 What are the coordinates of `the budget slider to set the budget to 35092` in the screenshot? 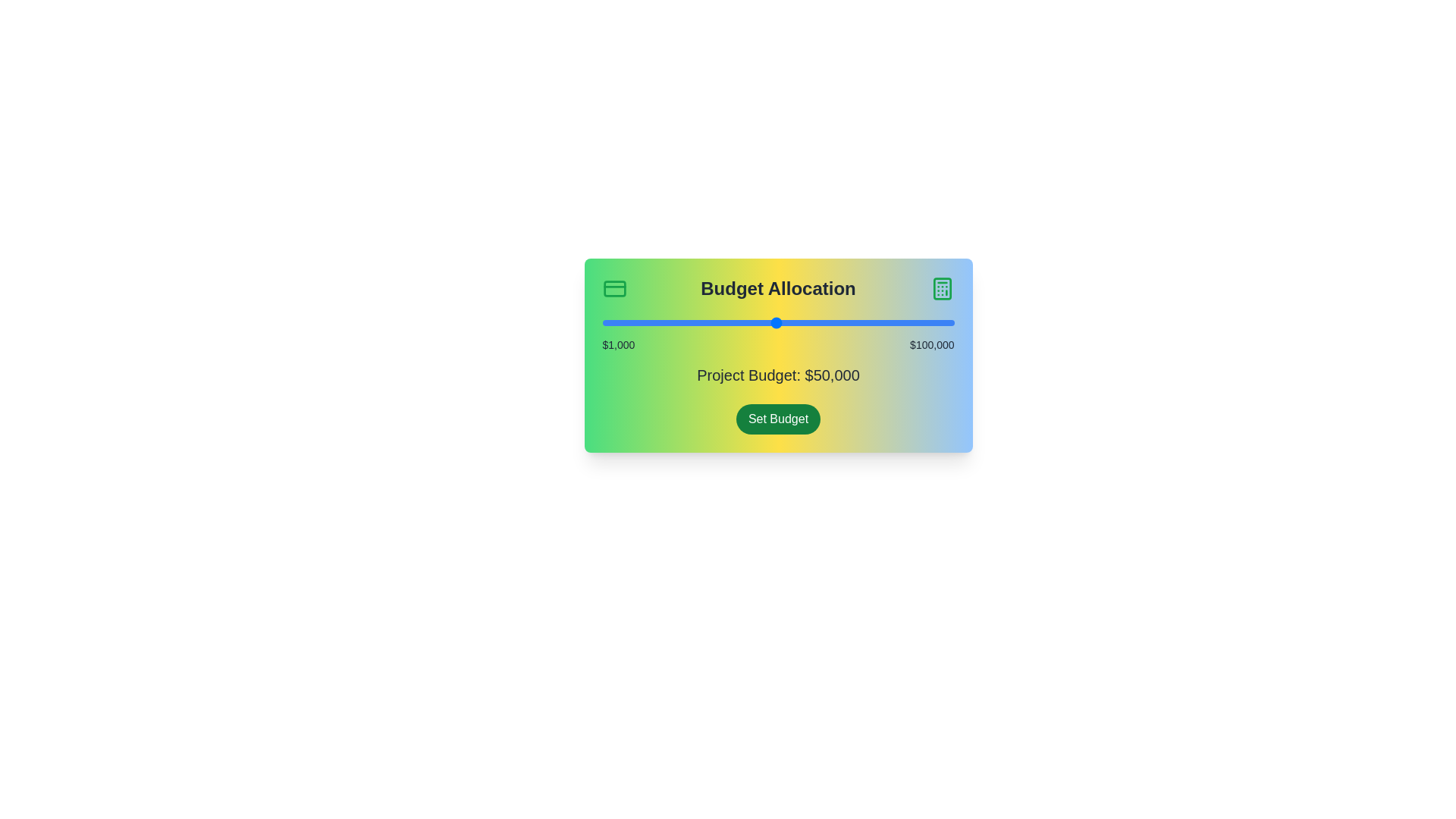 It's located at (723, 322).